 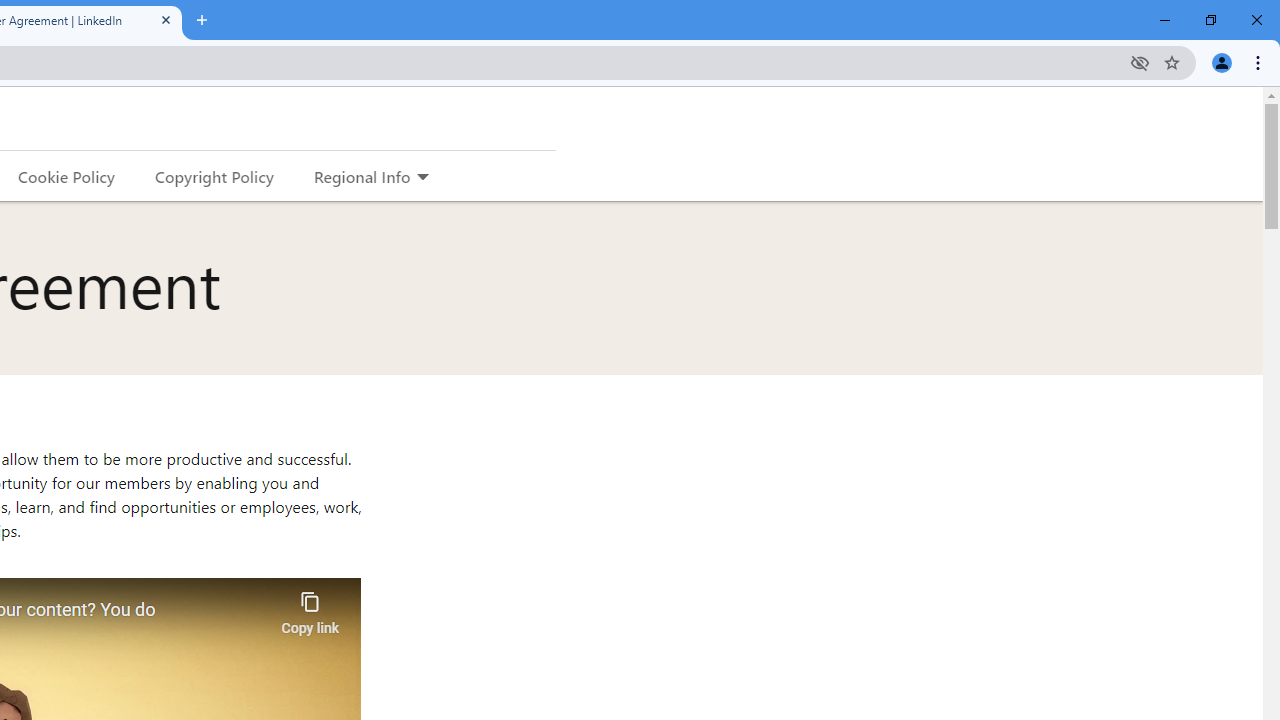 I want to click on 'Regional Info', so click(x=362, y=175).